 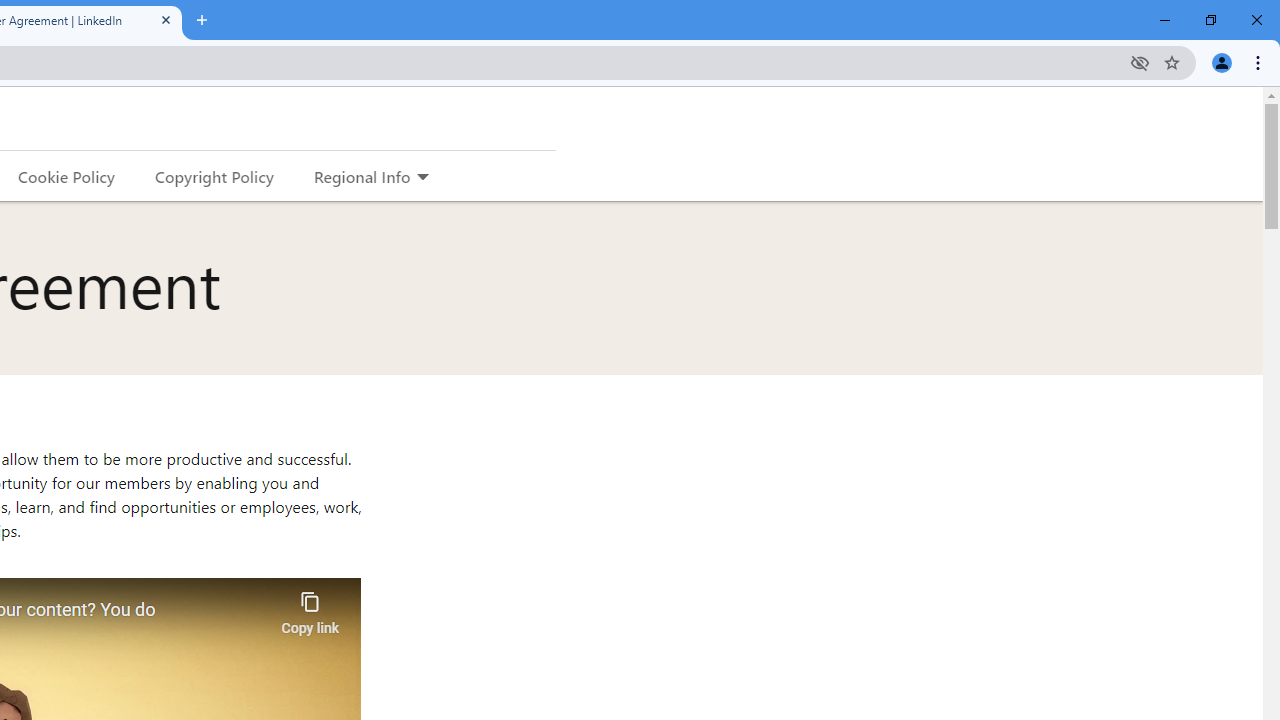 I want to click on 'Regional Info', so click(x=362, y=175).